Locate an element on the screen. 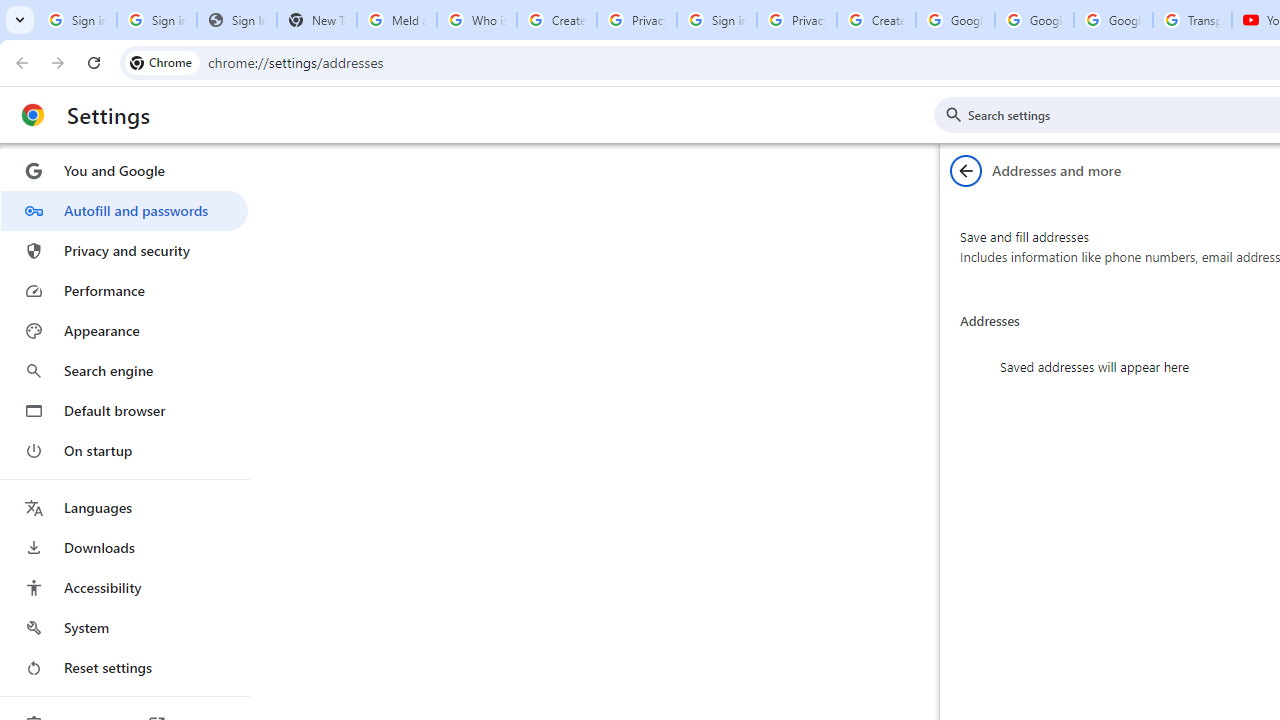 This screenshot has height=720, width=1280. 'Languages' is located at coordinates (123, 506).